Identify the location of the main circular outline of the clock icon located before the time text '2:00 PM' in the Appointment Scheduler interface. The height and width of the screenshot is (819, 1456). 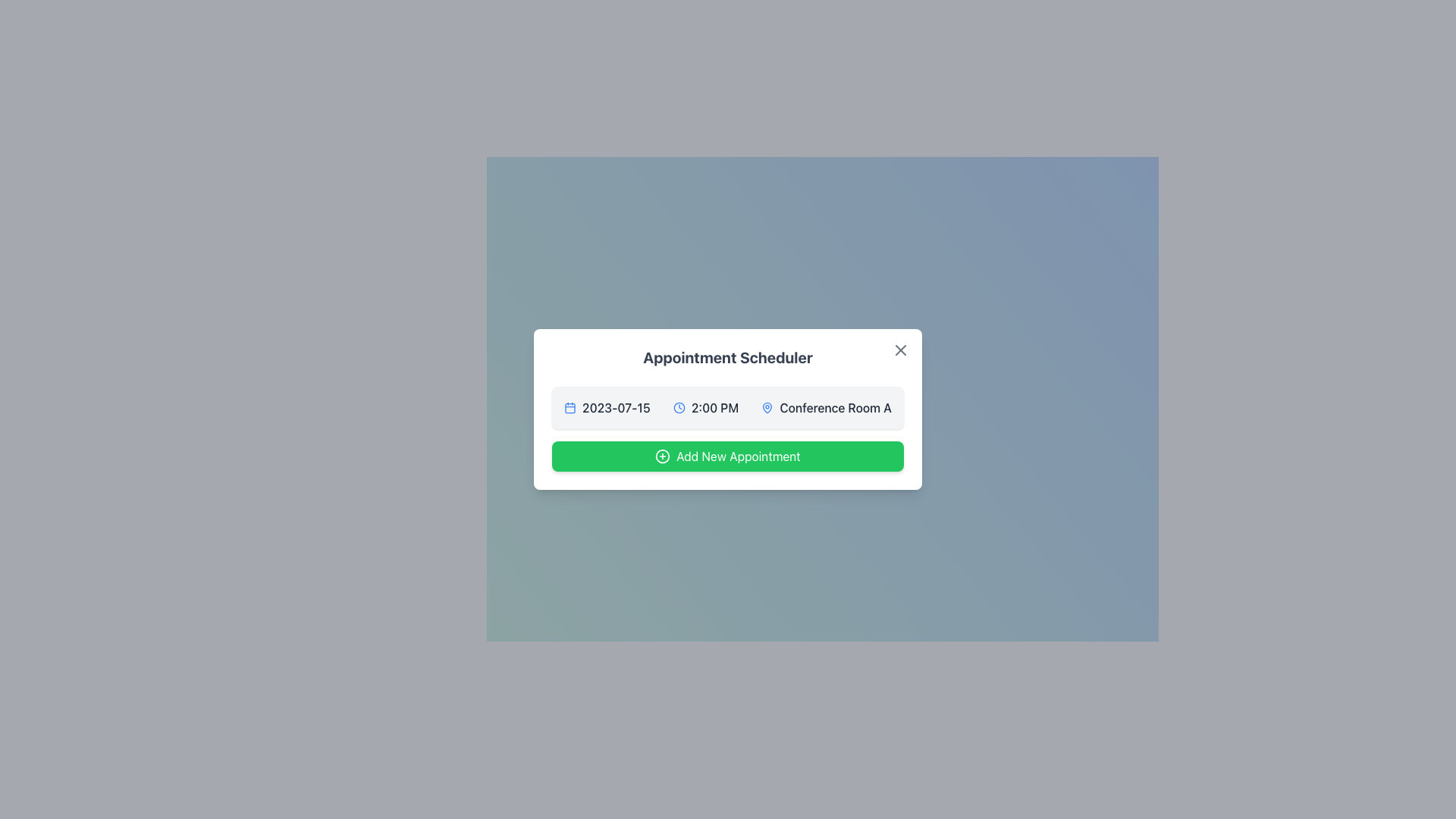
(678, 406).